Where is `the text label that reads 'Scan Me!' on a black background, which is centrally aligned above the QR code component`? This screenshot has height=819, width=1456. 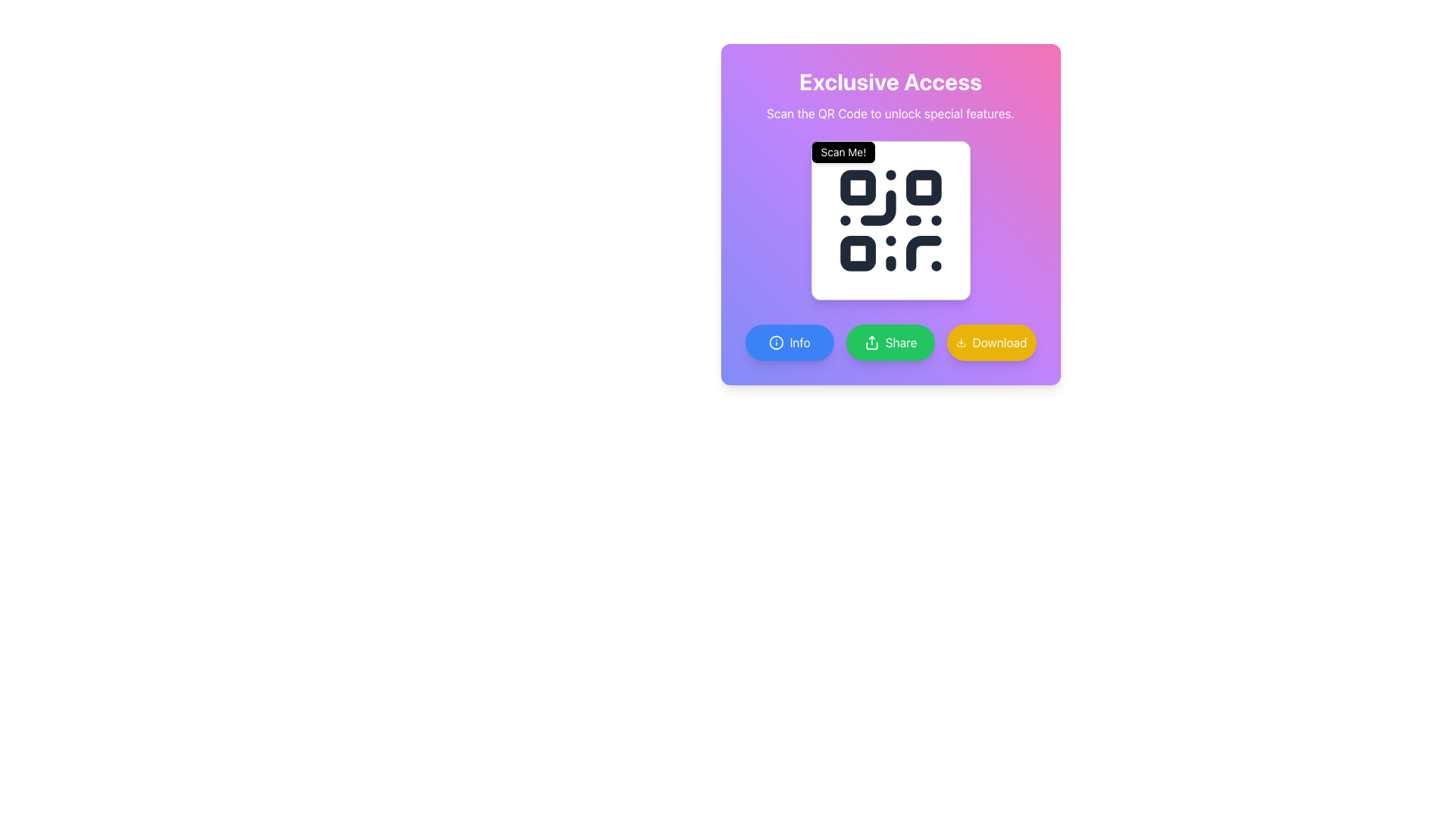 the text label that reads 'Scan Me!' on a black background, which is centrally aligned above the QR code component is located at coordinates (843, 152).